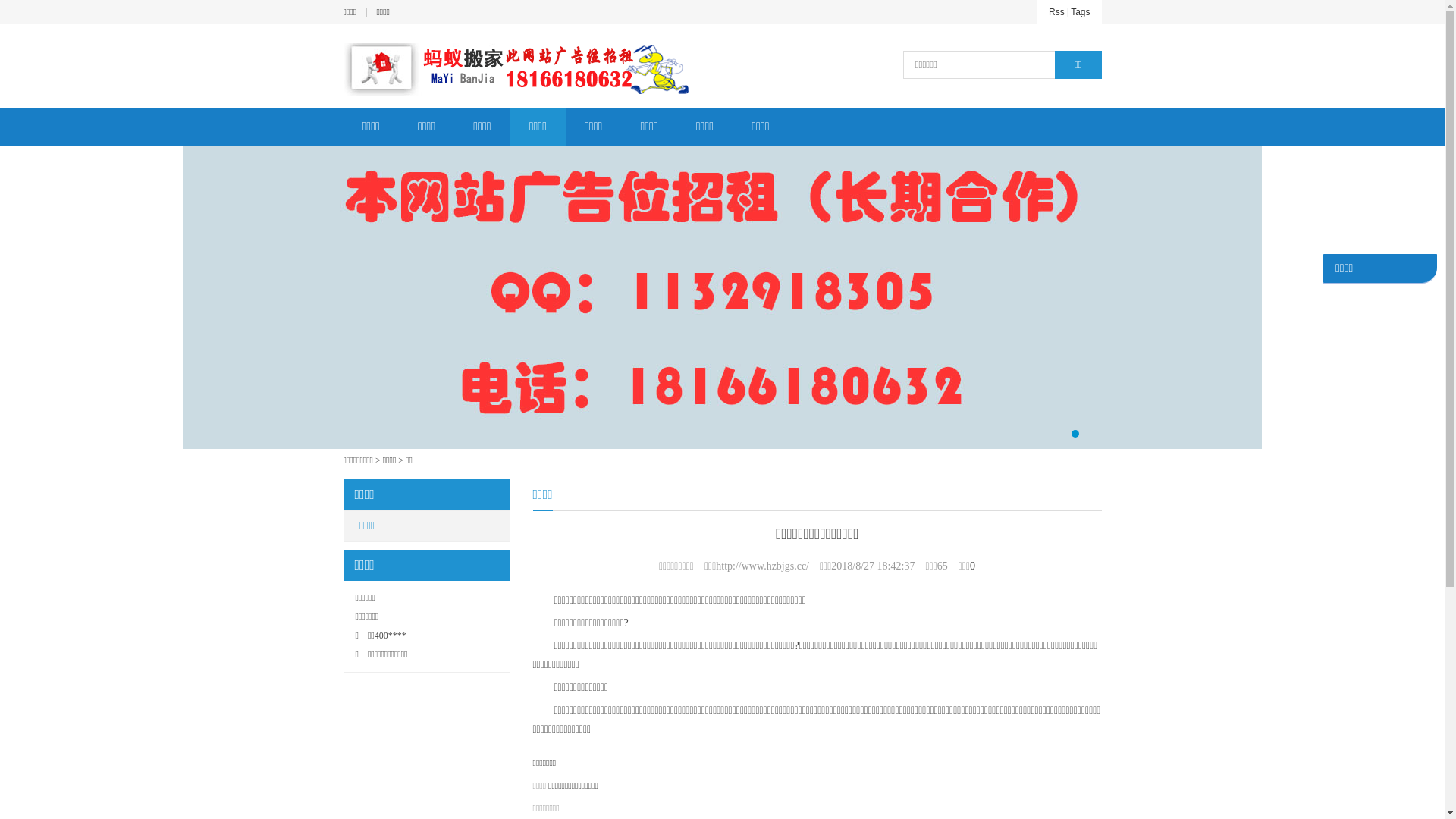 The height and width of the screenshot is (819, 1456). I want to click on '1', so click(1073, 433).